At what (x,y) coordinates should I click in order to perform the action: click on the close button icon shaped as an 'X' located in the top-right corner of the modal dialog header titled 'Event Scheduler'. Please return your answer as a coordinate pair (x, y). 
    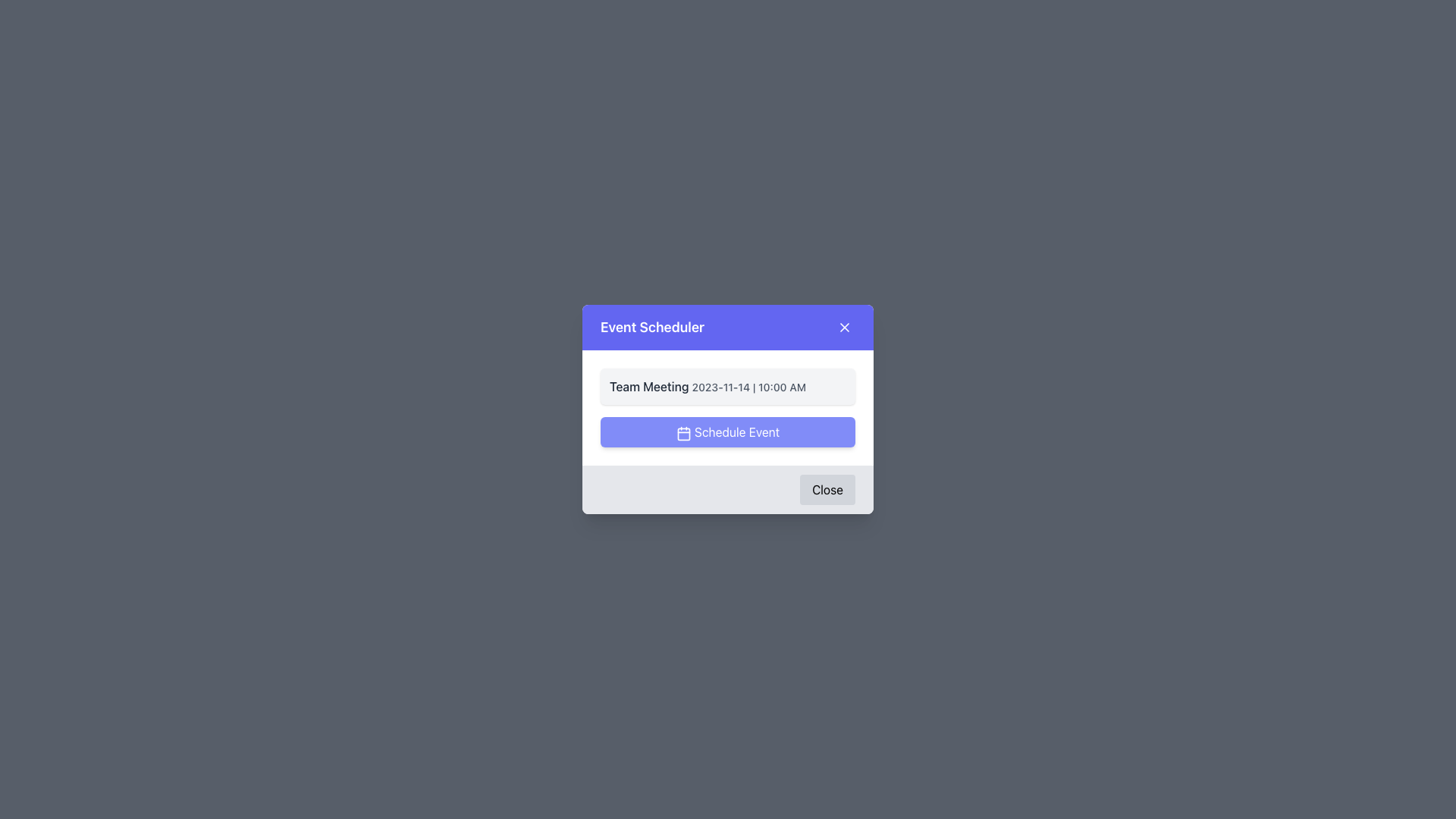
    Looking at the image, I should click on (843, 327).